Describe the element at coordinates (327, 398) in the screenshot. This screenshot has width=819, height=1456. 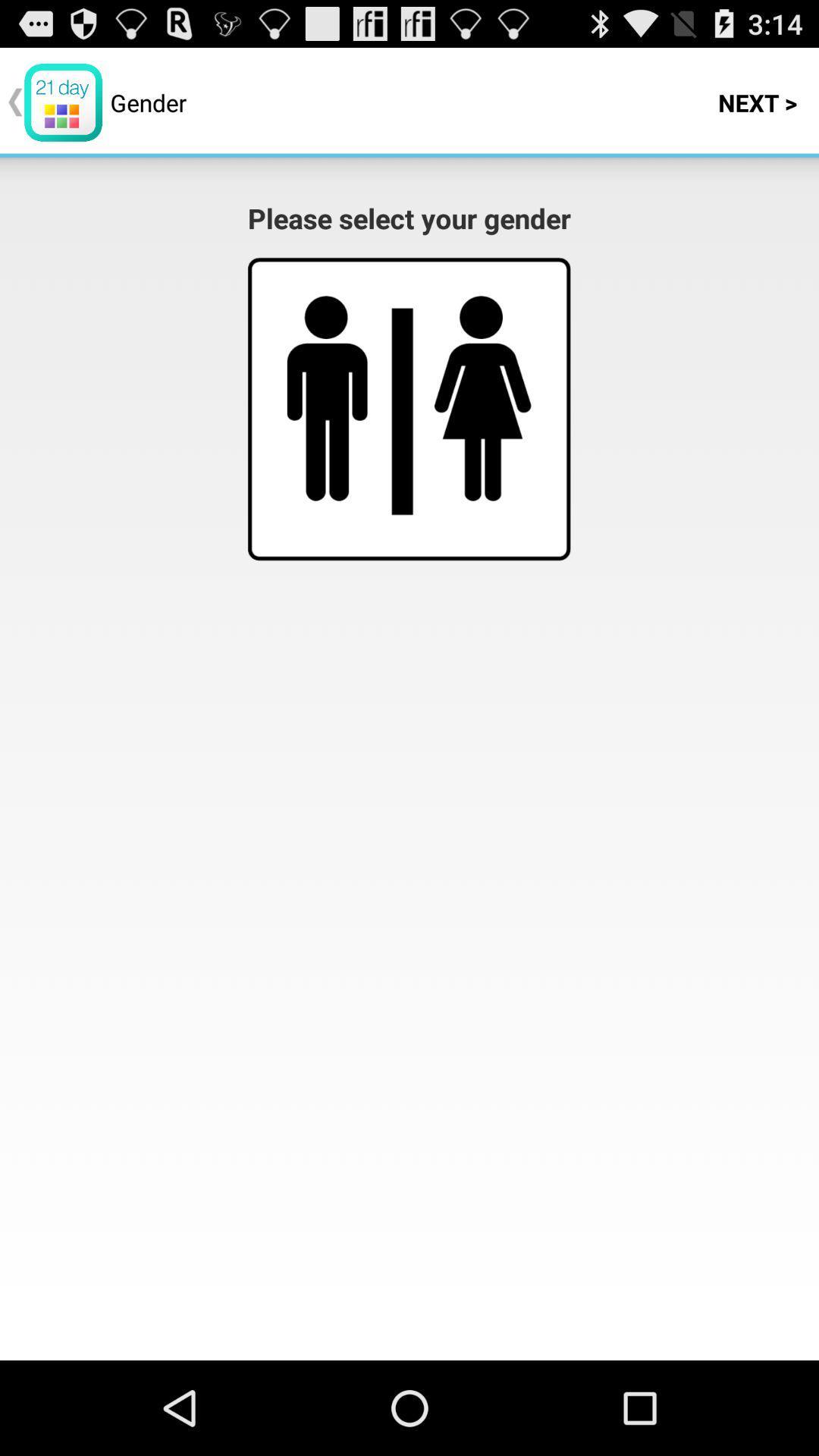
I see `click on left figure` at that location.